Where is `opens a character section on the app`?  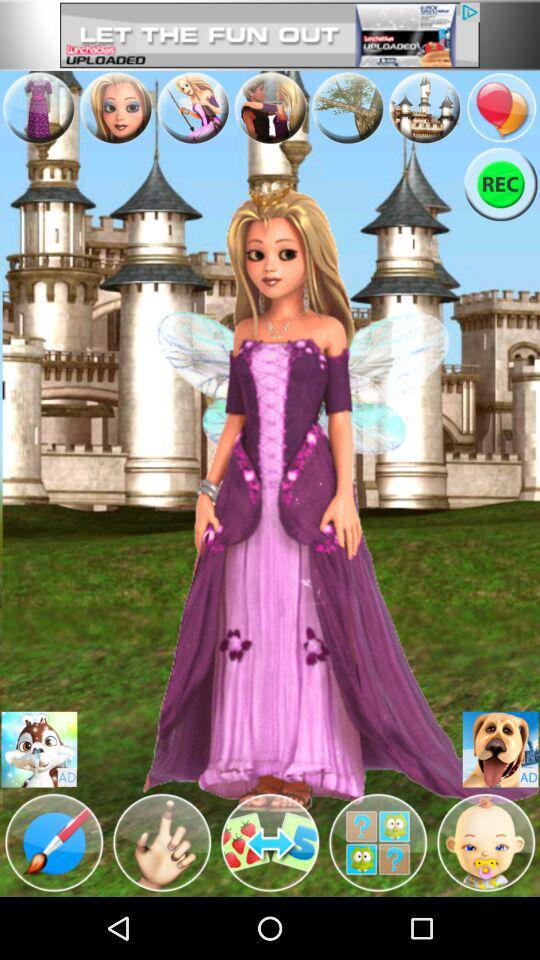
opens a character section on the app is located at coordinates (485, 841).